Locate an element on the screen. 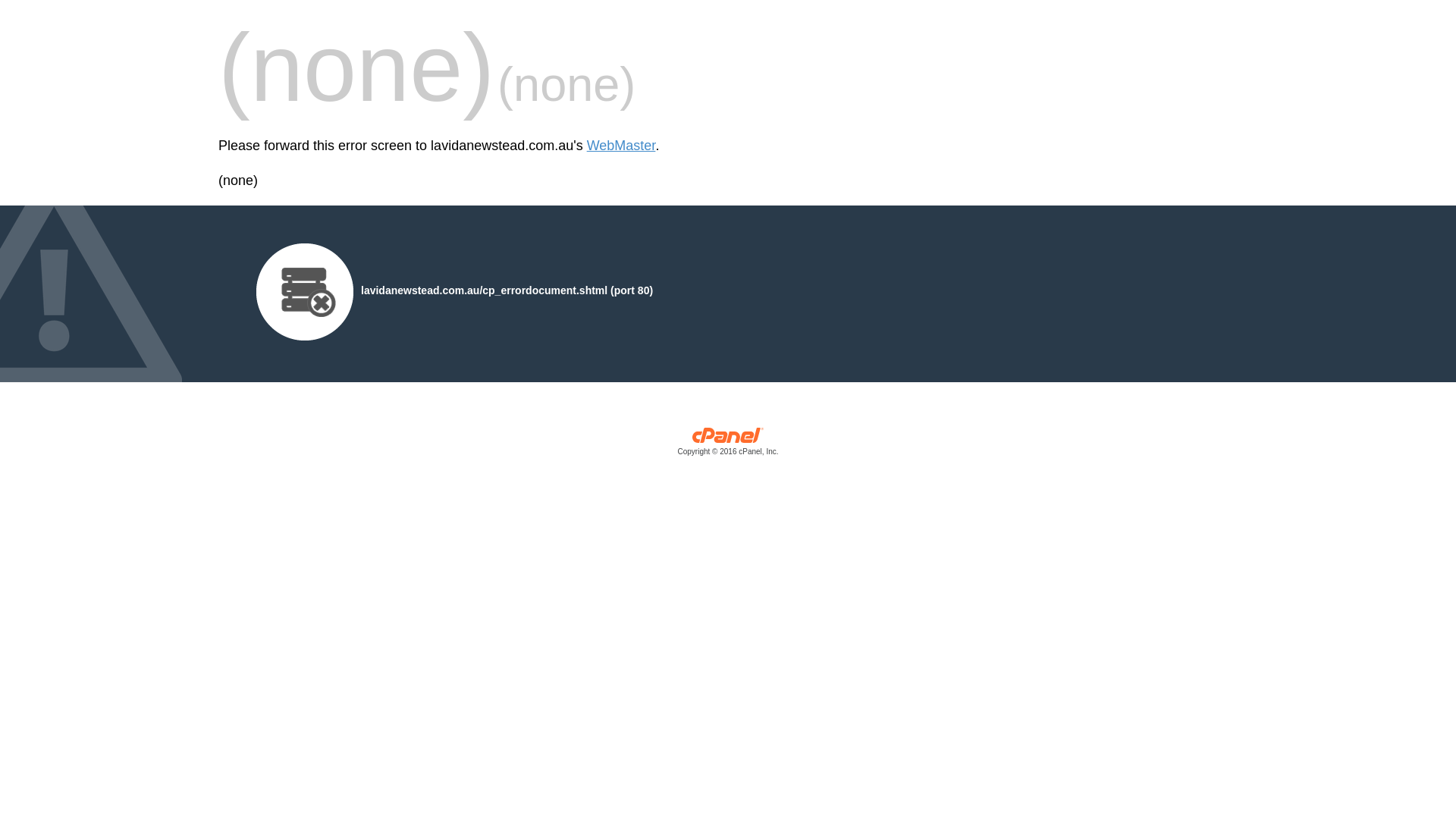 The width and height of the screenshot is (1456, 819). 'WebMaster' is located at coordinates (621, 146).